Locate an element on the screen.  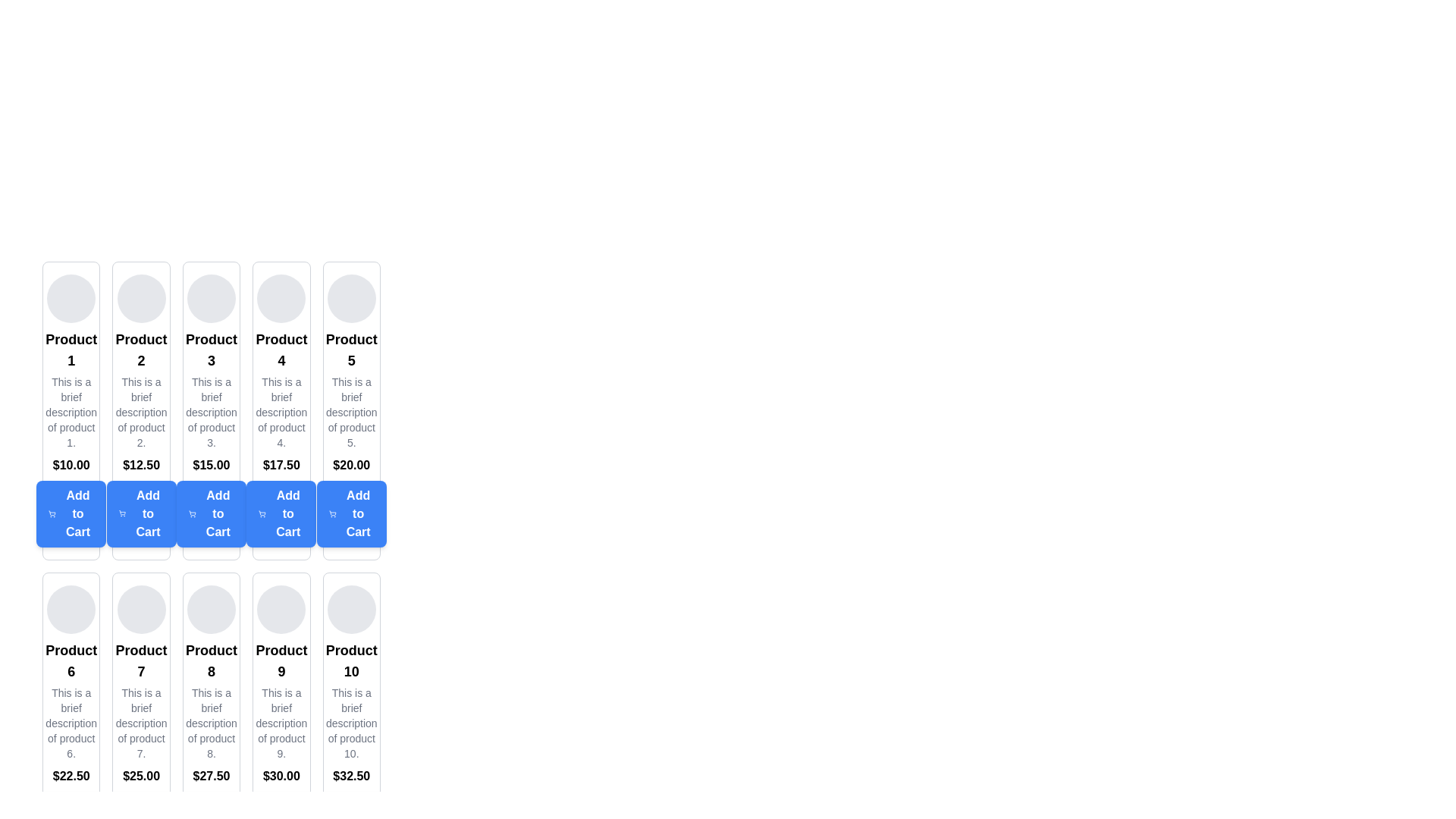
the blue 'Add is located at coordinates (141, 513).